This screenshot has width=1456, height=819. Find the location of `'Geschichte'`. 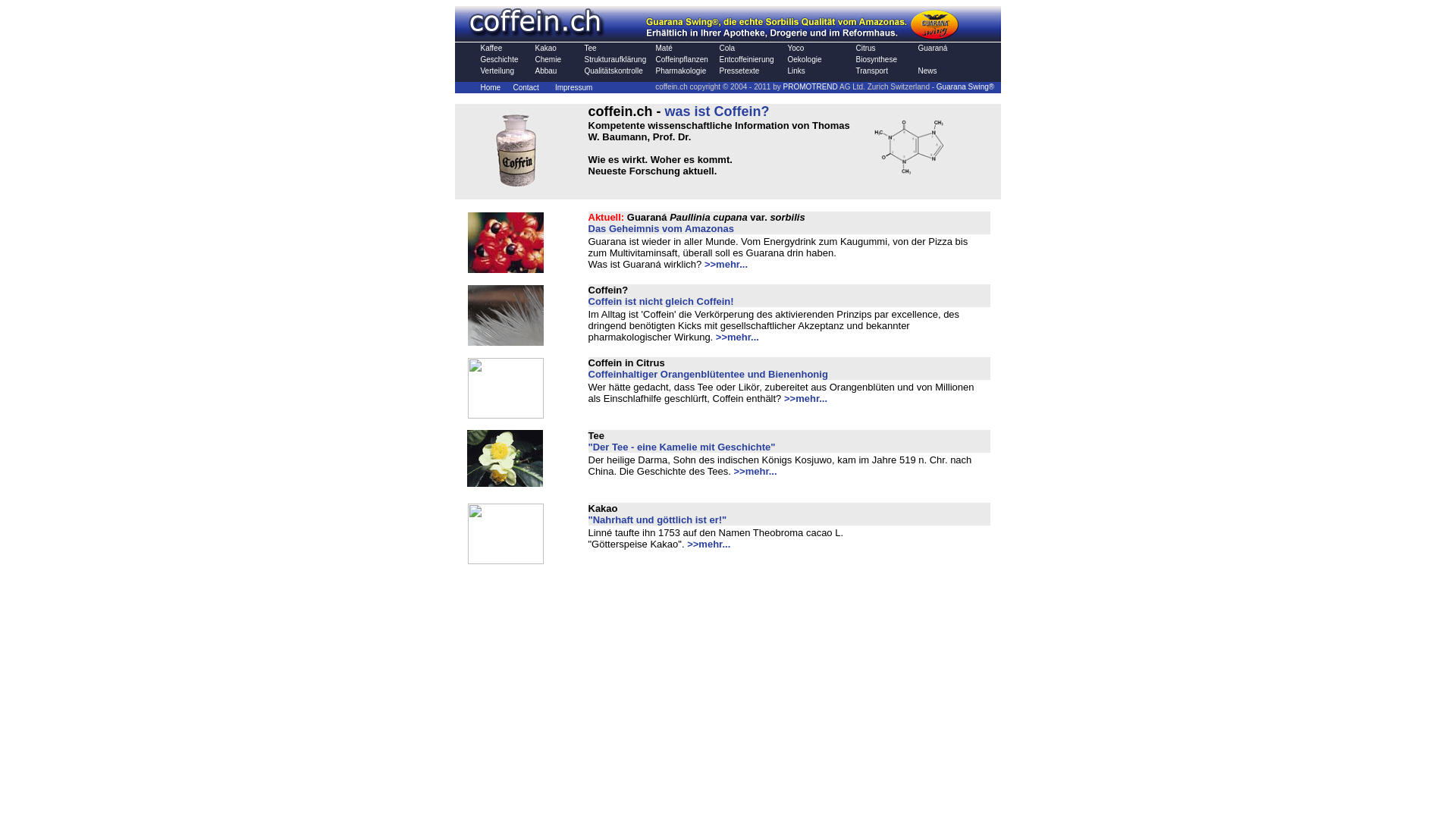

'Geschichte' is located at coordinates (499, 58).